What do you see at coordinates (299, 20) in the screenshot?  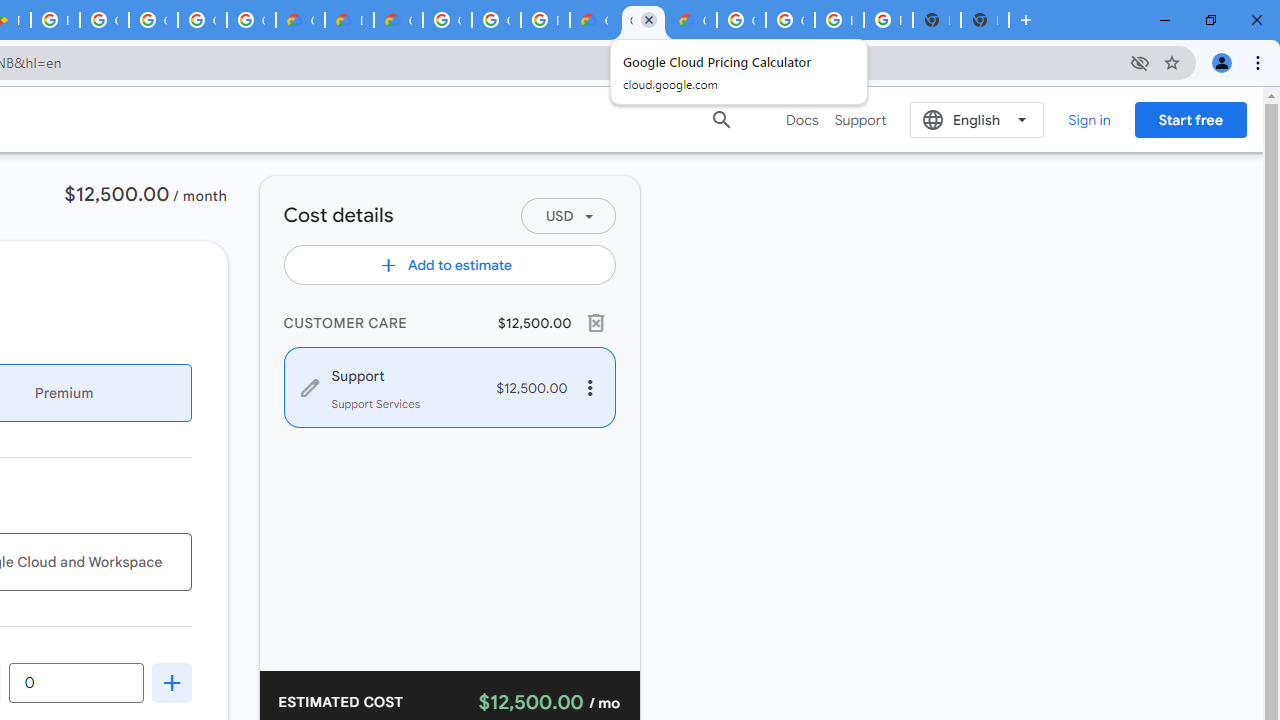 I see `'Customer Care | Google Cloud'` at bounding box center [299, 20].